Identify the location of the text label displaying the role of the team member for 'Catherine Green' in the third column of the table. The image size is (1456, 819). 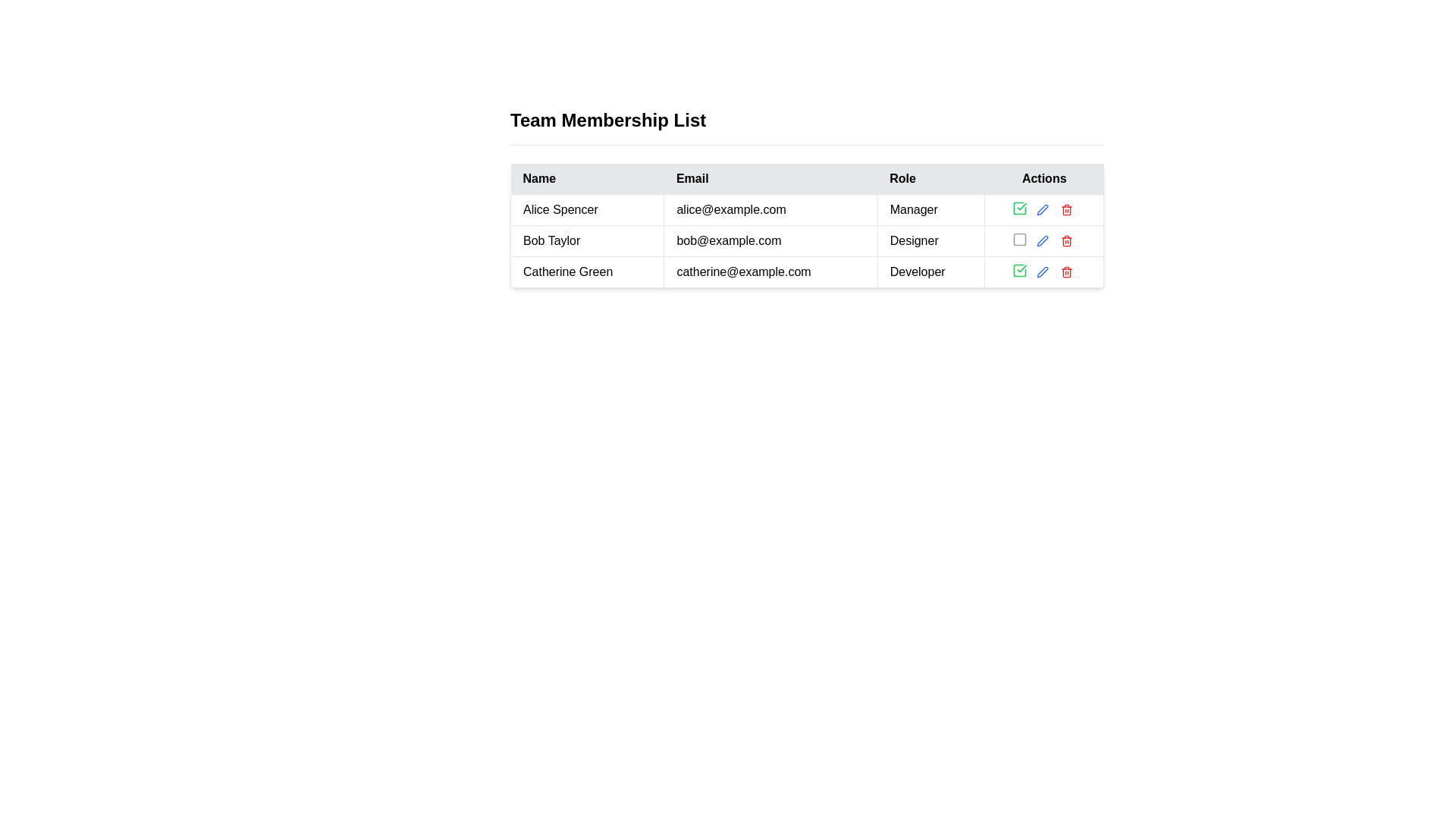
(930, 271).